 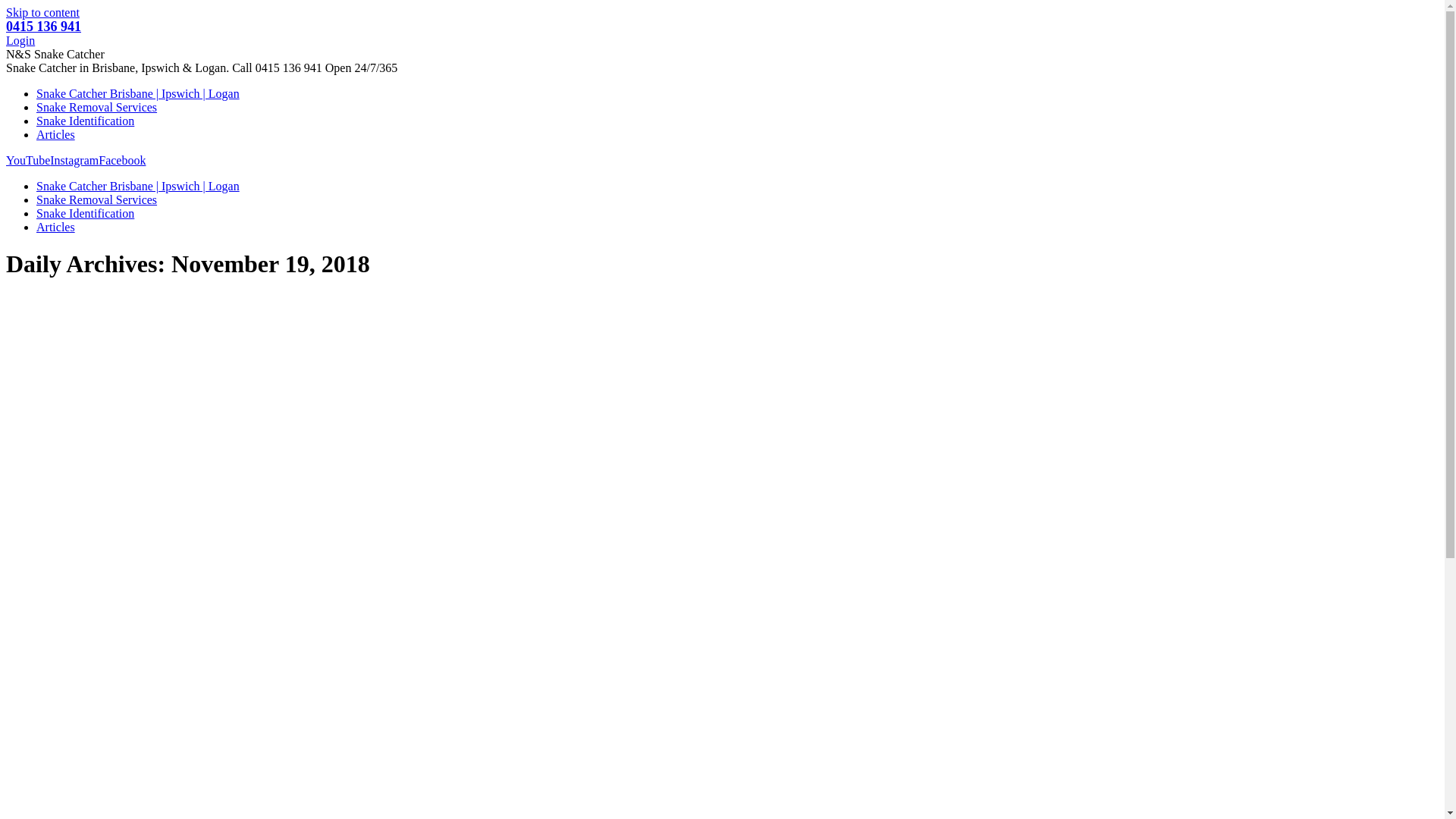 What do you see at coordinates (36, 106) in the screenshot?
I see `'Snake Removal Services'` at bounding box center [36, 106].